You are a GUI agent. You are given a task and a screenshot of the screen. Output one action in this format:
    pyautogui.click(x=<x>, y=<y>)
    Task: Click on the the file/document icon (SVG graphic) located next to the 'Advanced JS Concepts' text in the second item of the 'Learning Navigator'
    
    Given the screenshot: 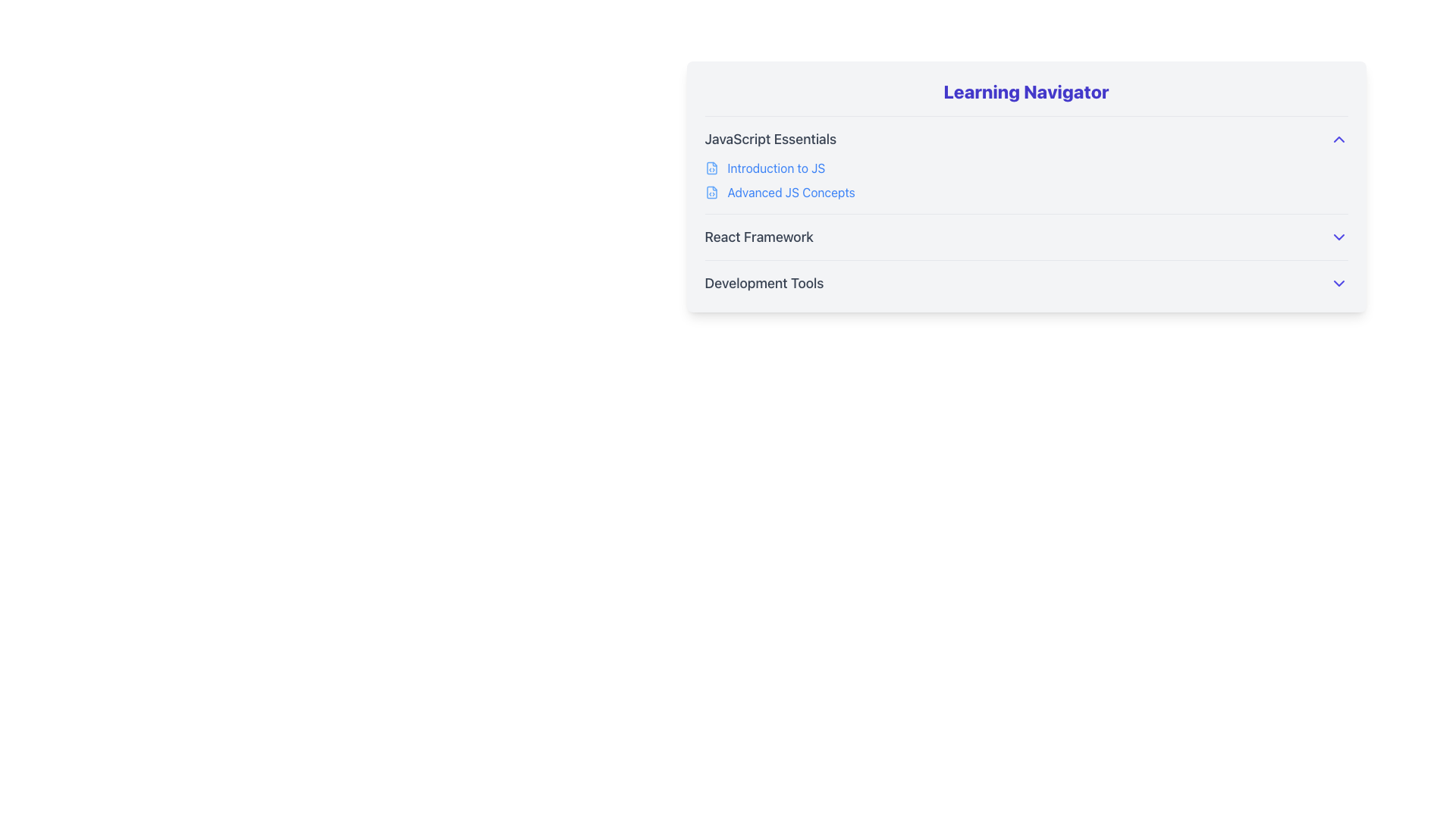 What is the action you would take?
    pyautogui.click(x=711, y=192)
    